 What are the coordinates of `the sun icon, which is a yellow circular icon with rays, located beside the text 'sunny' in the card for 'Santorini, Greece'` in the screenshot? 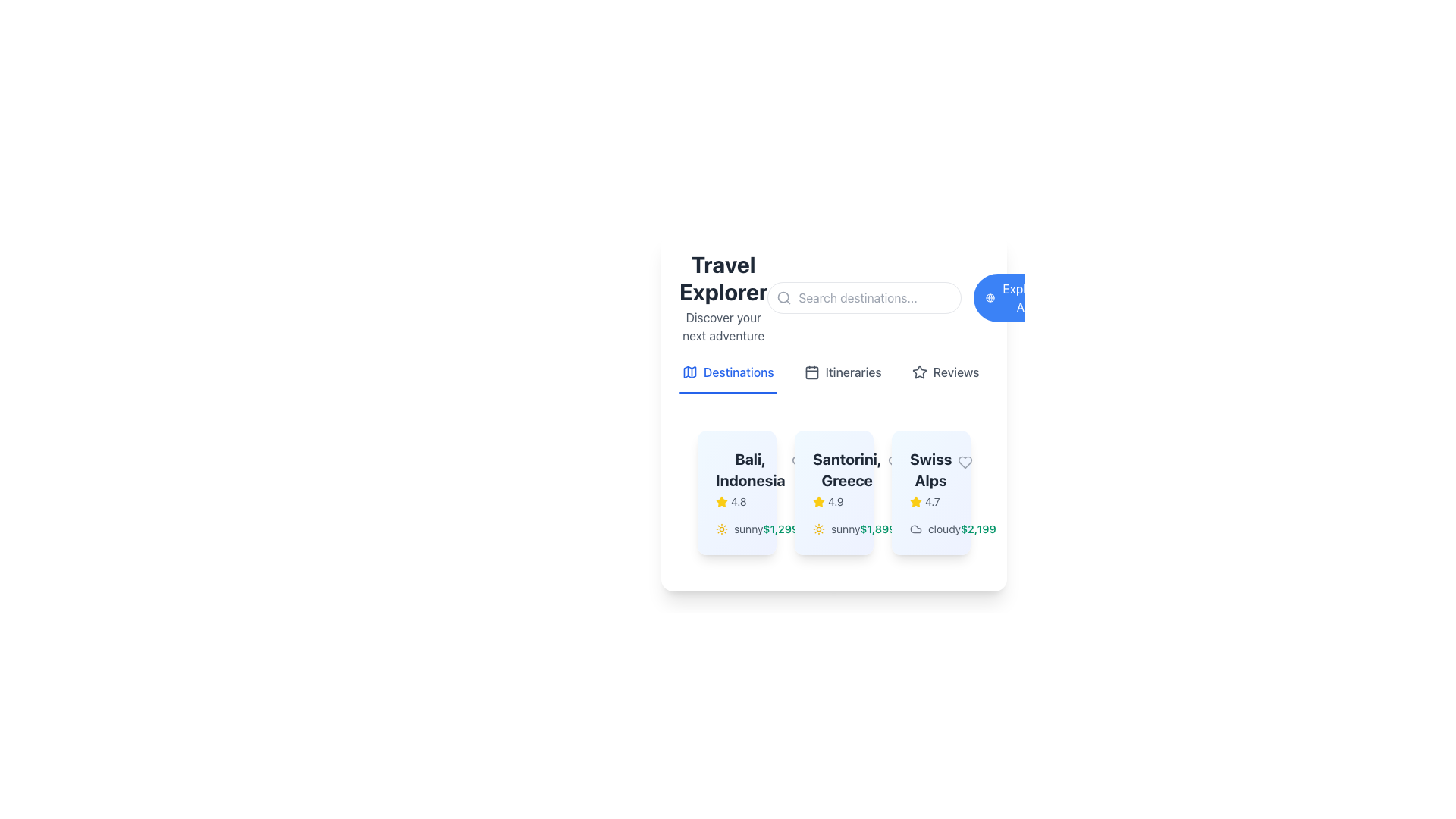 It's located at (818, 529).